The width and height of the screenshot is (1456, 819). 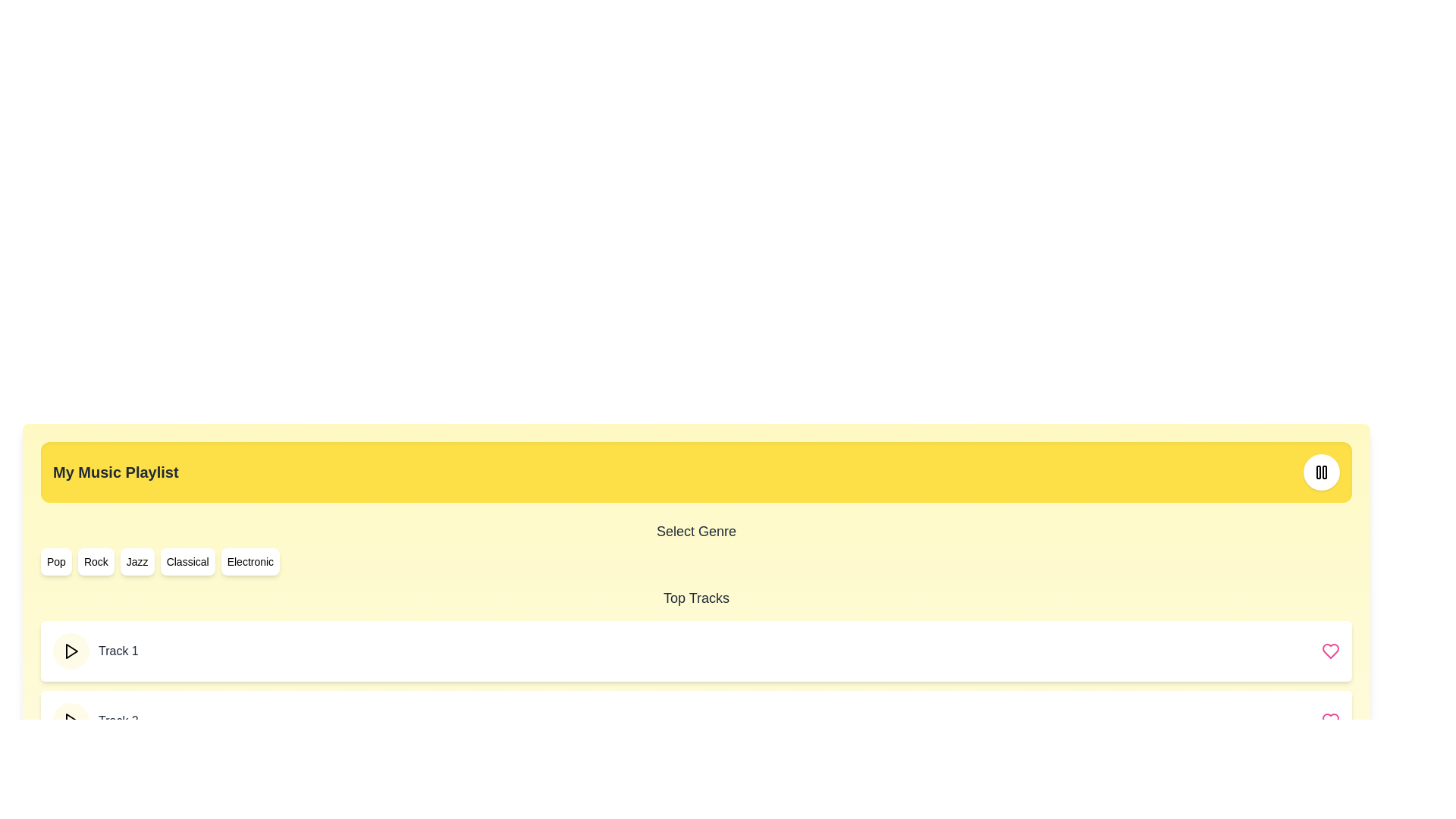 What do you see at coordinates (71, 720) in the screenshot?
I see `the play button located at the top-left corner of the area associated with 'Track 2' to initiate playback of the track` at bounding box center [71, 720].